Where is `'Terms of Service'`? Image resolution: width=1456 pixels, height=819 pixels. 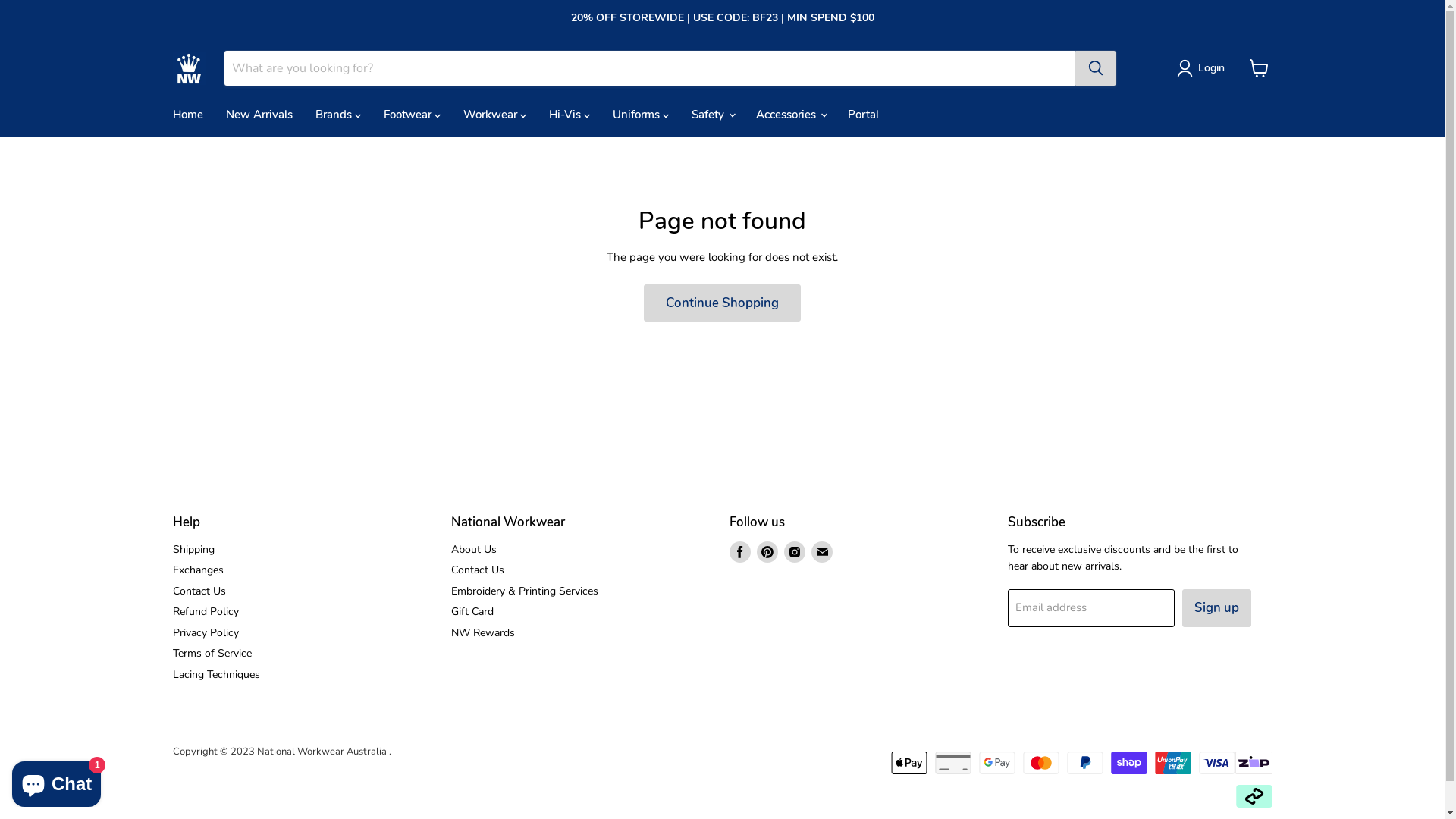 'Terms of Service' is located at coordinates (211, 652).